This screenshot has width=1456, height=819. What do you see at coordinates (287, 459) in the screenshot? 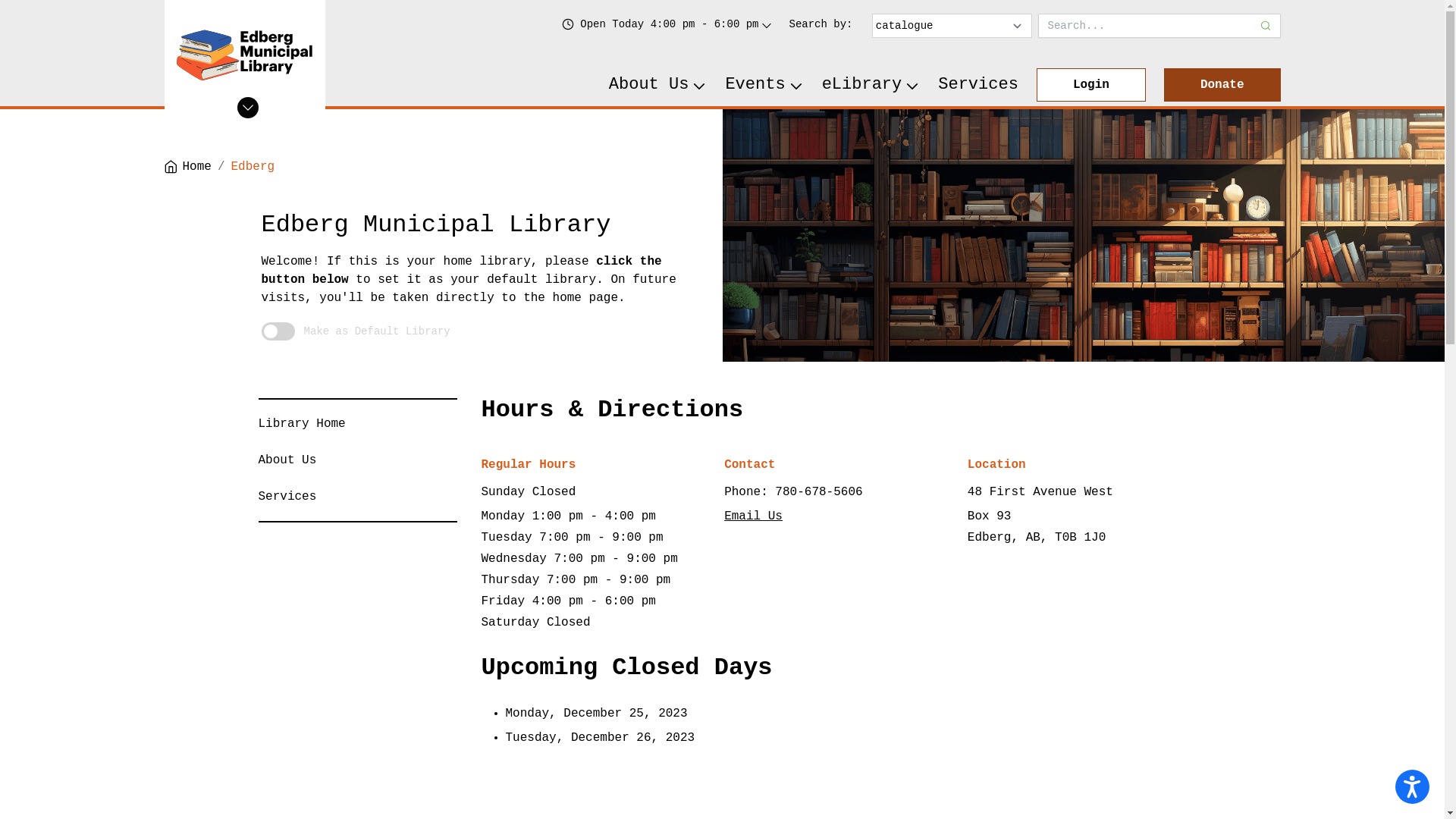
I see `'About Us'` at bounding box center [287, 459].